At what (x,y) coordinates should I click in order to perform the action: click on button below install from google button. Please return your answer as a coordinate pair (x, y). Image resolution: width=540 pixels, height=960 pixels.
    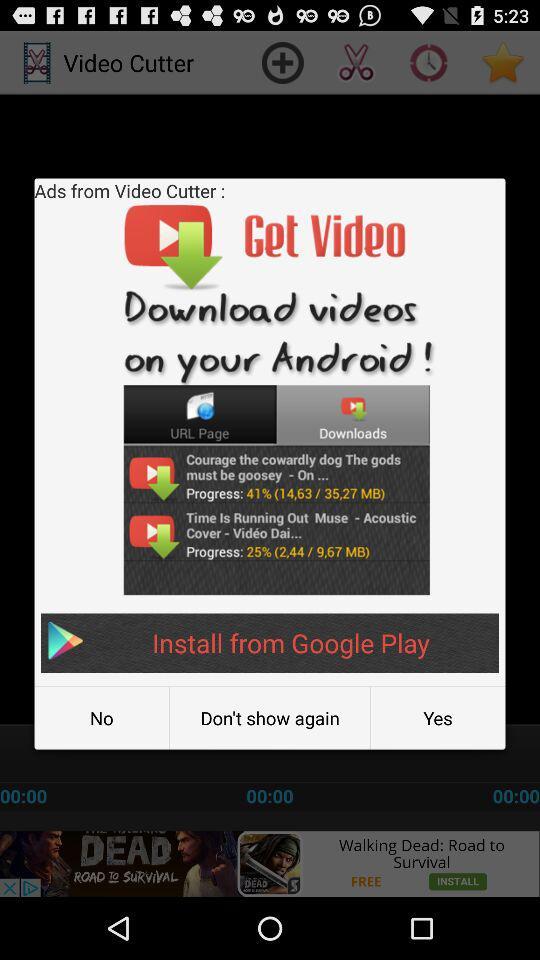
    Looking at the image, I should click on (100, 718).